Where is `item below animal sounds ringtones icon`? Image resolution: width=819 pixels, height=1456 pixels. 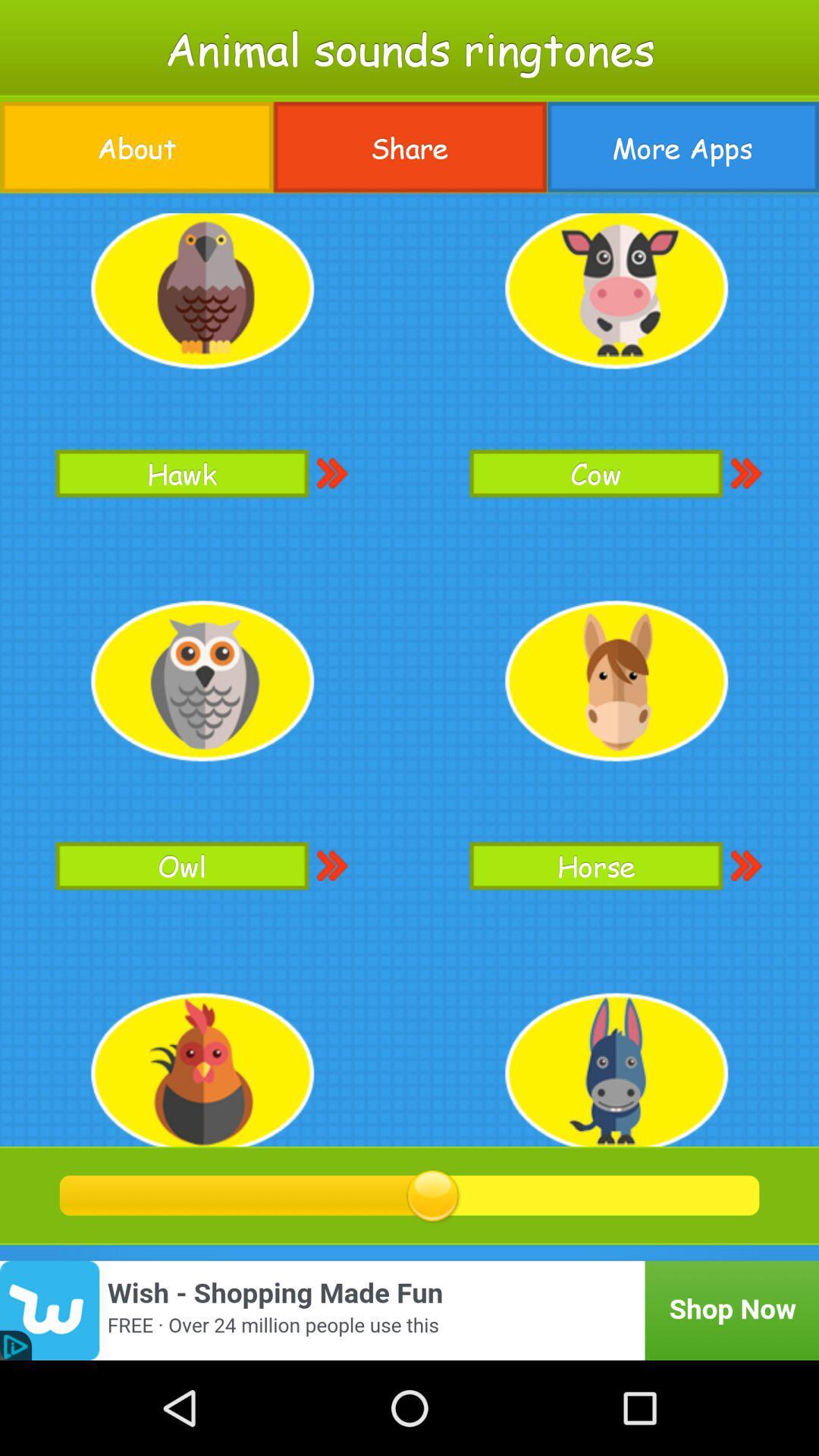 item below animal sounds ringtones icon is located at coordinates (136, 147).